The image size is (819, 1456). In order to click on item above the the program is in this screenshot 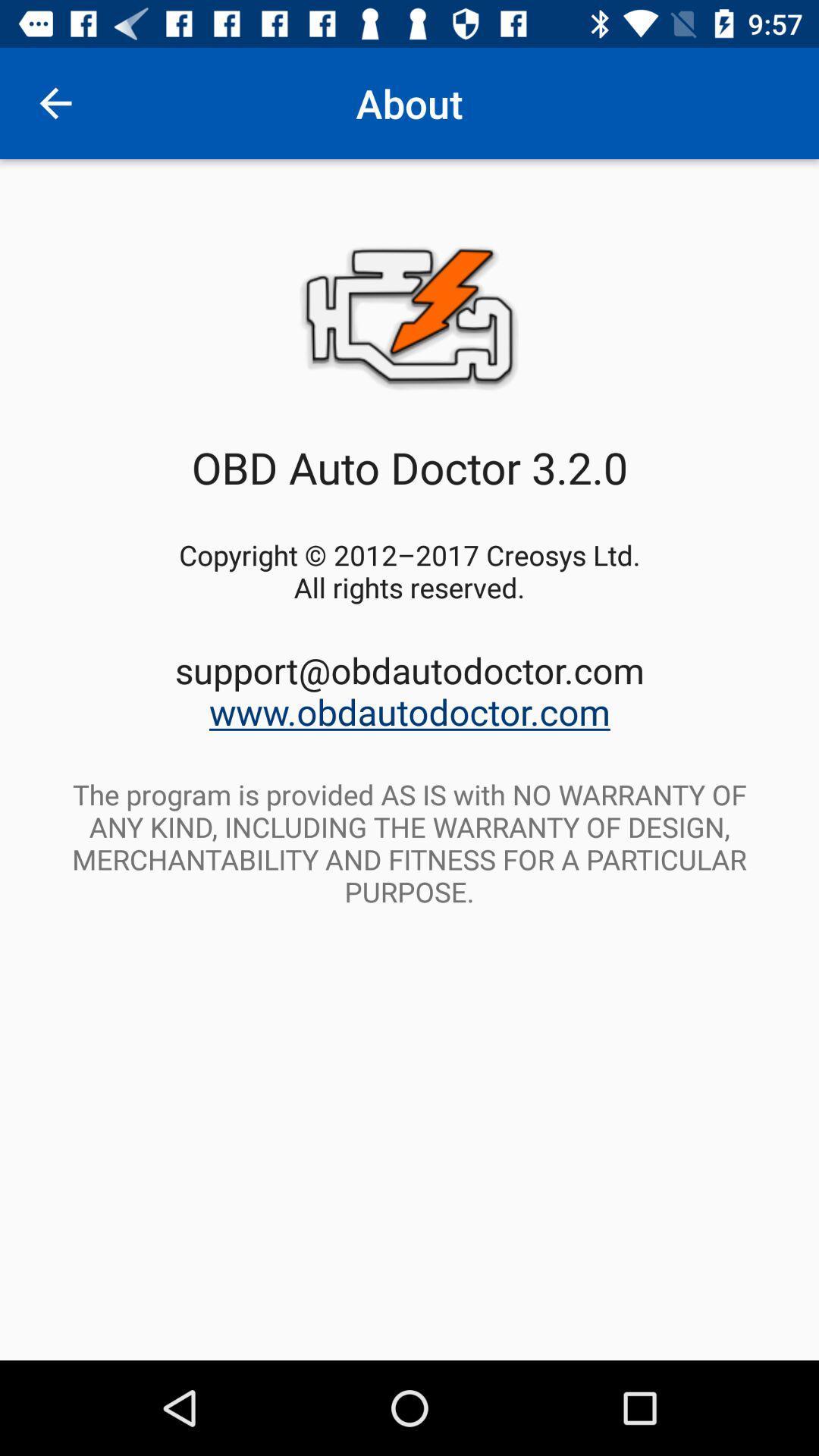, I will do `click(409, 690)`.